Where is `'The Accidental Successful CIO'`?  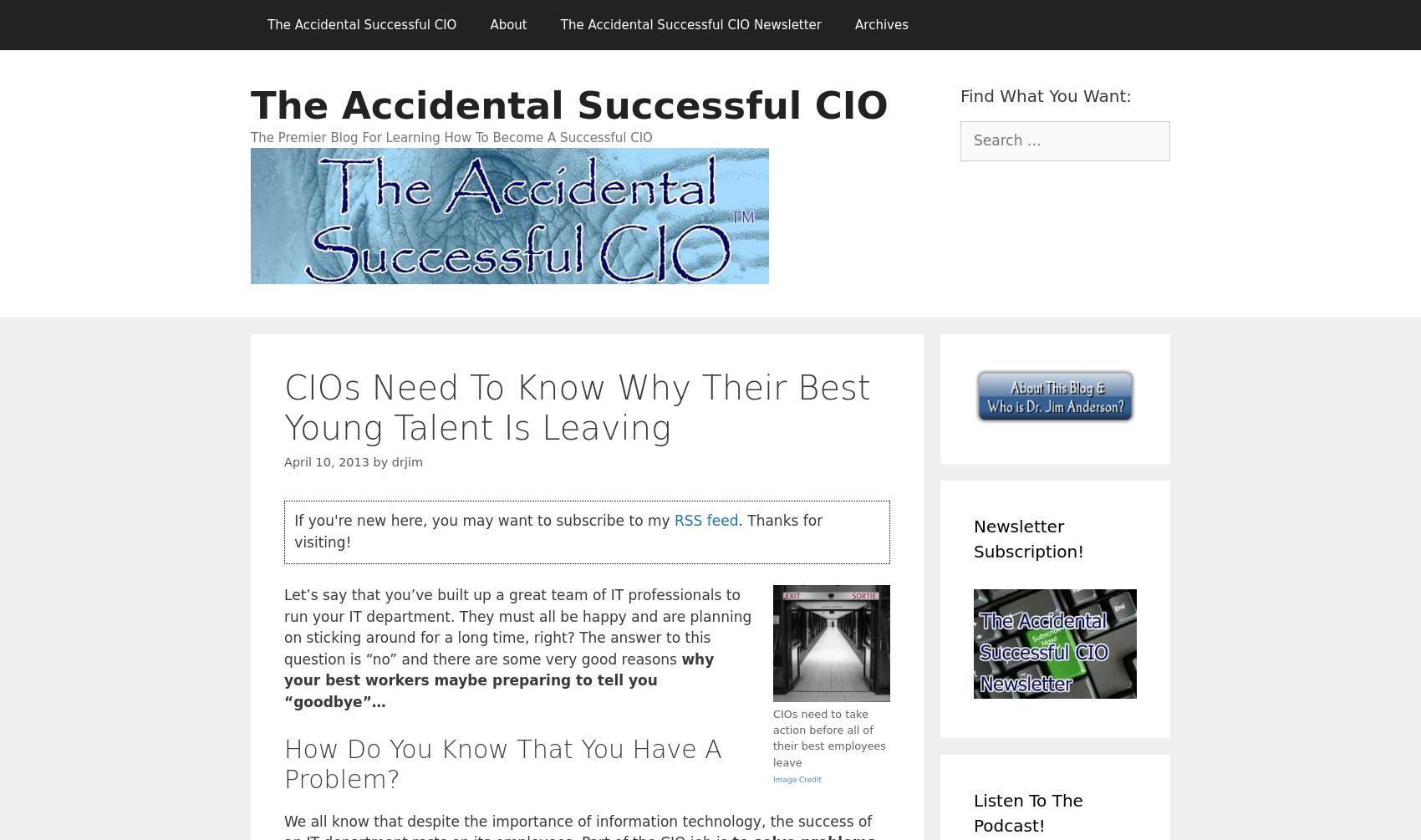 'The Accidental Successful CIO' is located at coordinates (251, 105).